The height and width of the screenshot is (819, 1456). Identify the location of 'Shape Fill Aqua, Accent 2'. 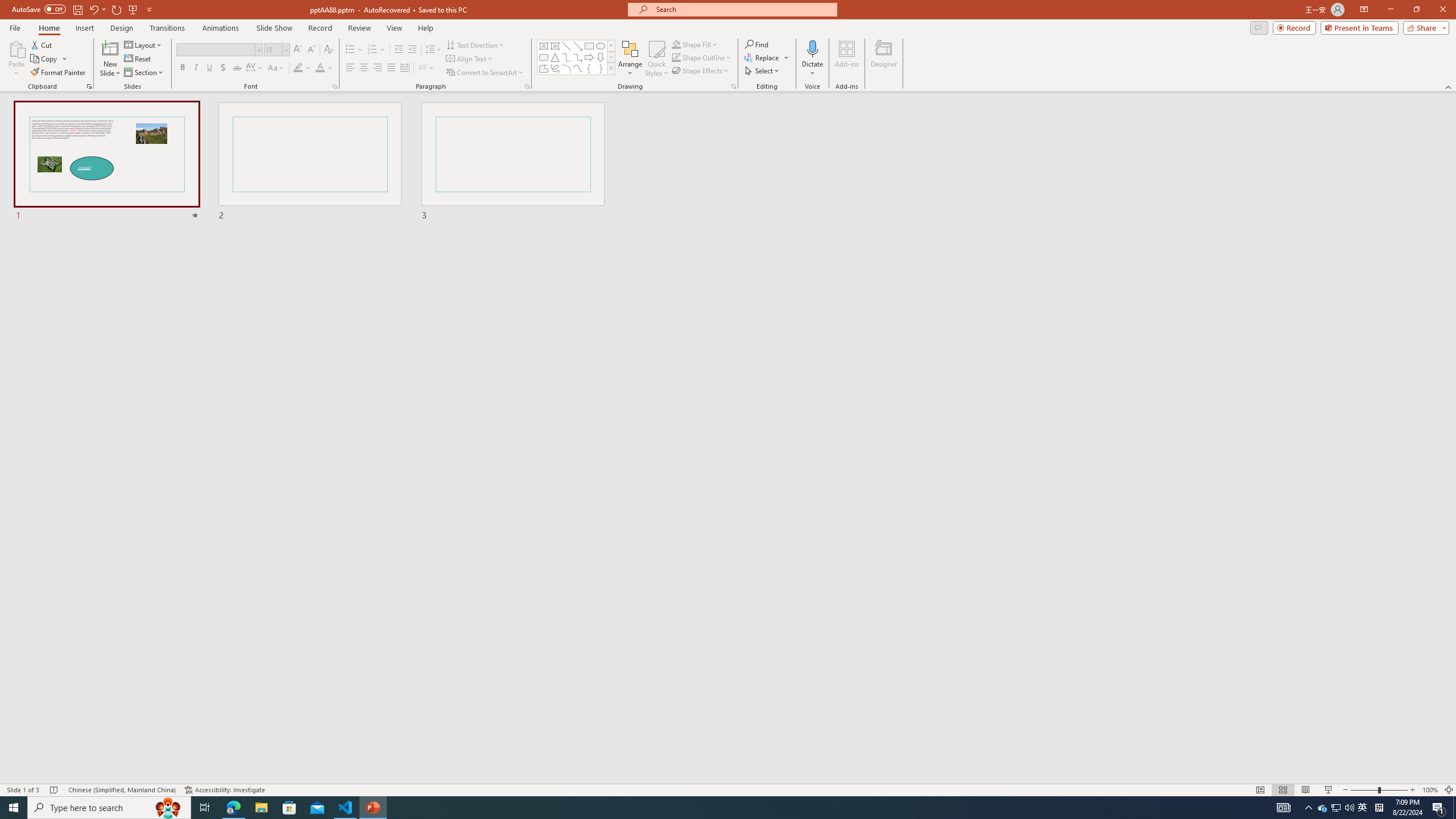
(676, 44).